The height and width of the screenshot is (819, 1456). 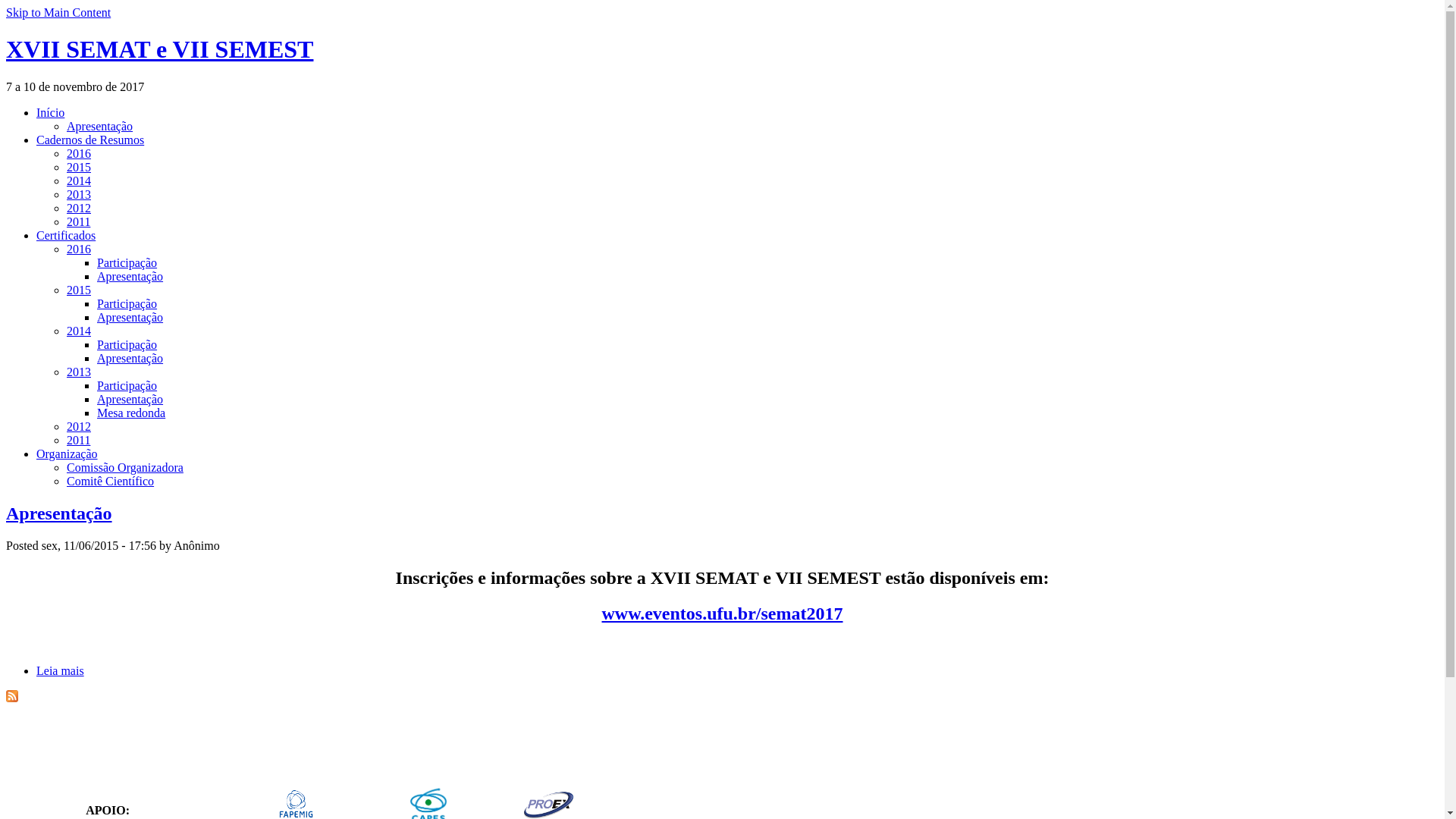 I want to click on 'www.eventos.ufu.br/semat2017', so click(x=722, y=613).